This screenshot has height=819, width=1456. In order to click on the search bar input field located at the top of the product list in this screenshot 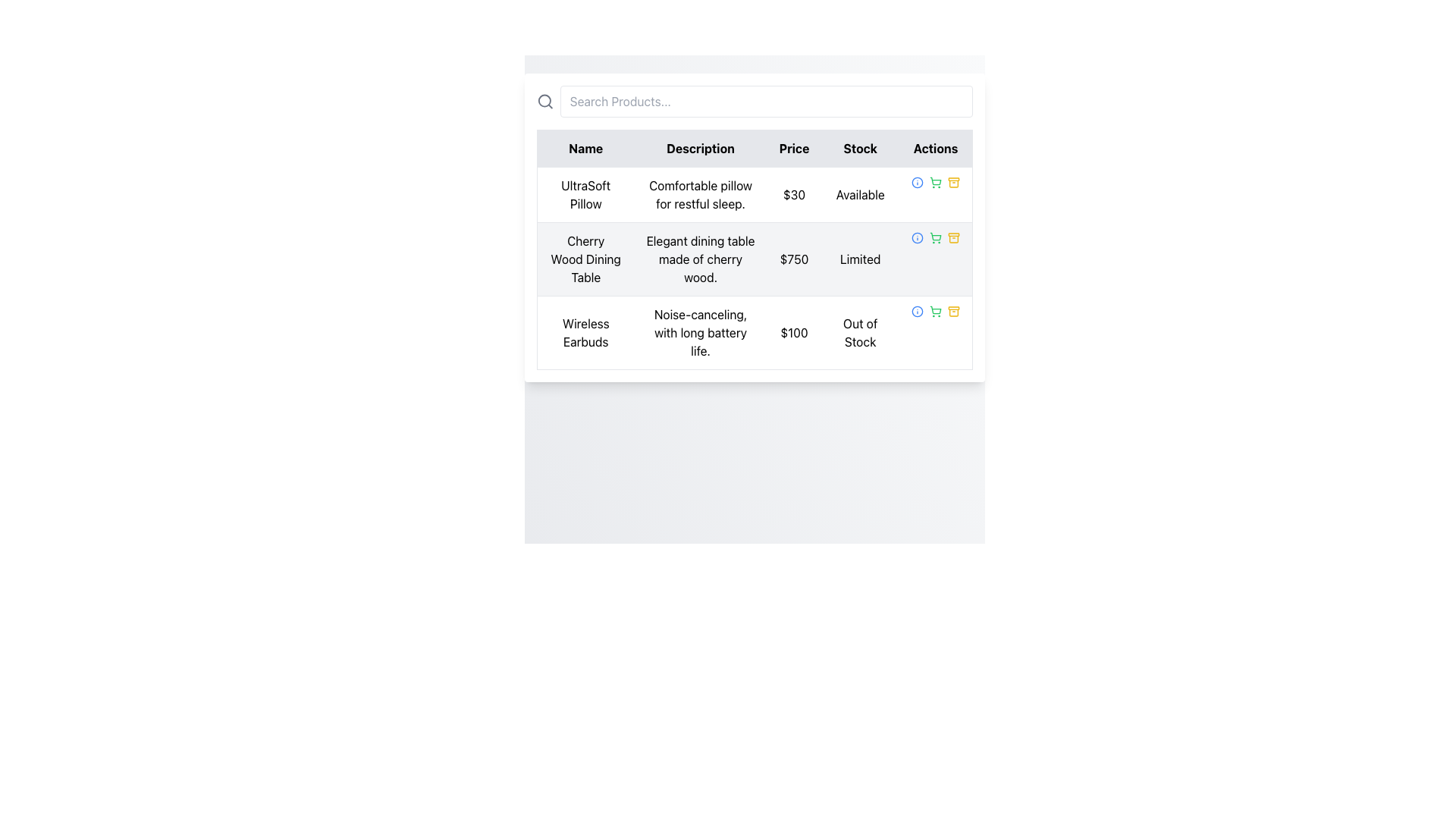, I will do `click(755, 102)`.